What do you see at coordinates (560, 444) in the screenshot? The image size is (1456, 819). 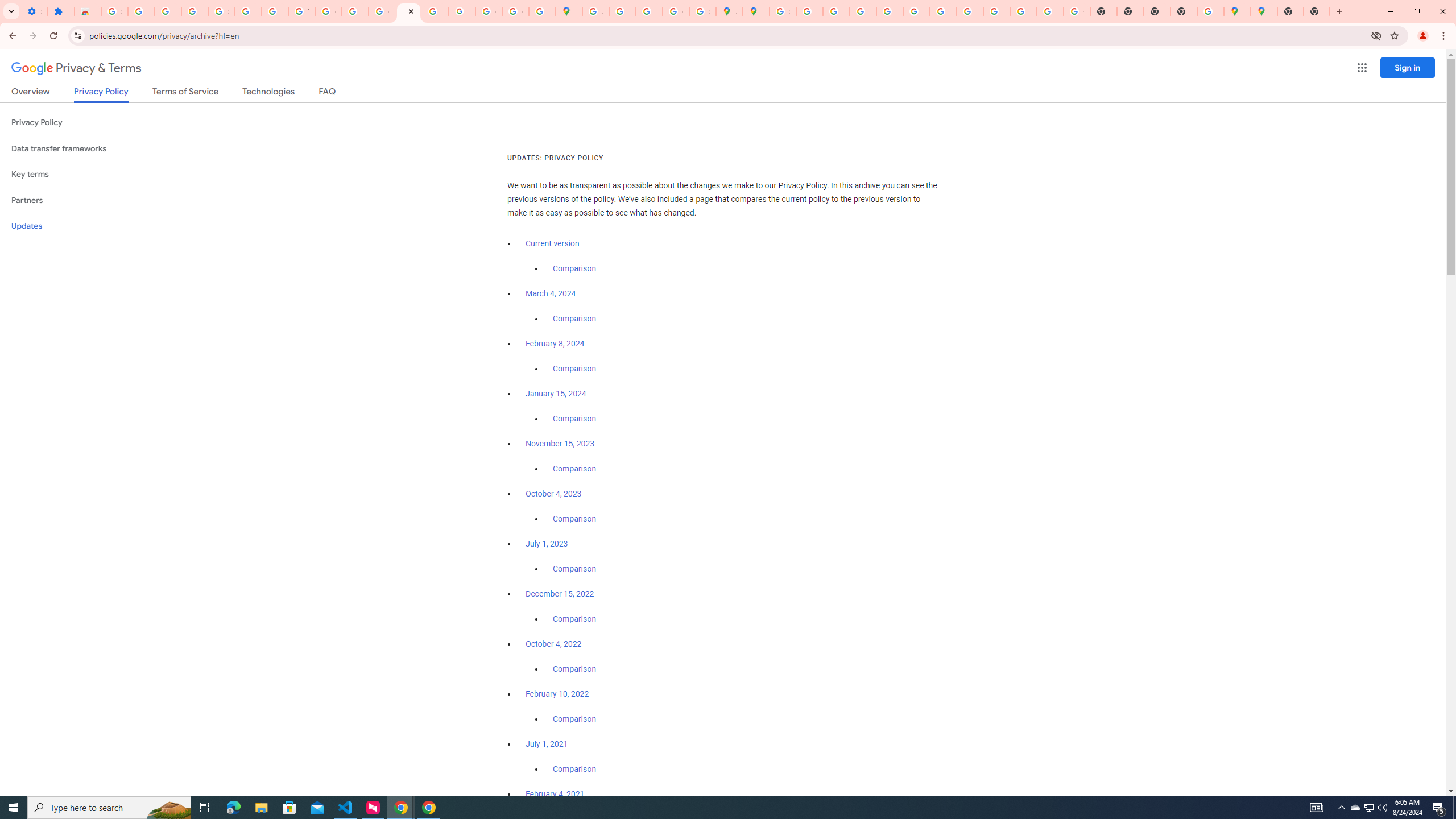 I see `'November 15, 2023'` at bounding box center [560, 444].